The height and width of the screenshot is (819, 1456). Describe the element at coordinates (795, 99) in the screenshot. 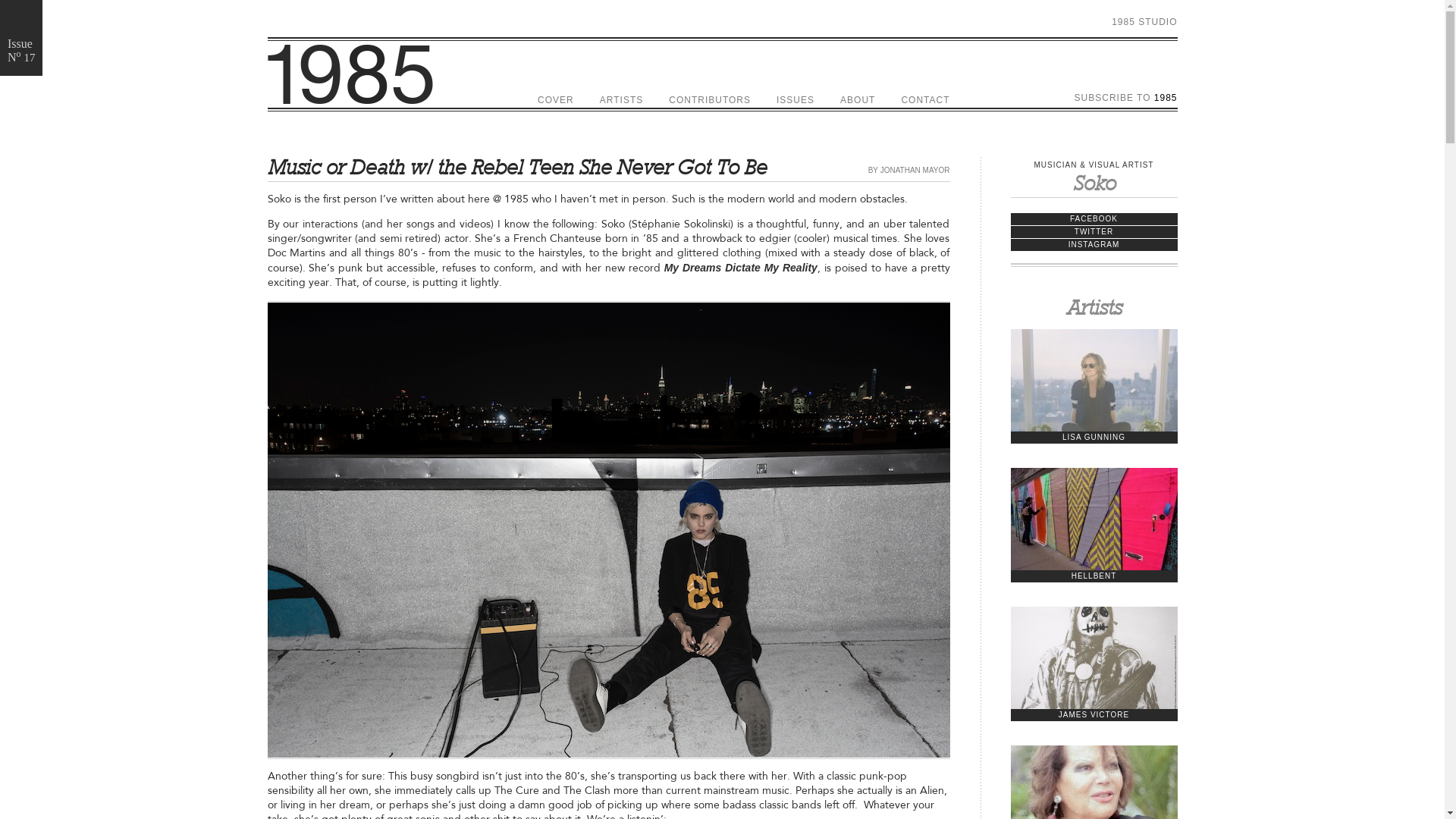

I see `'ISSUES'` at that location.